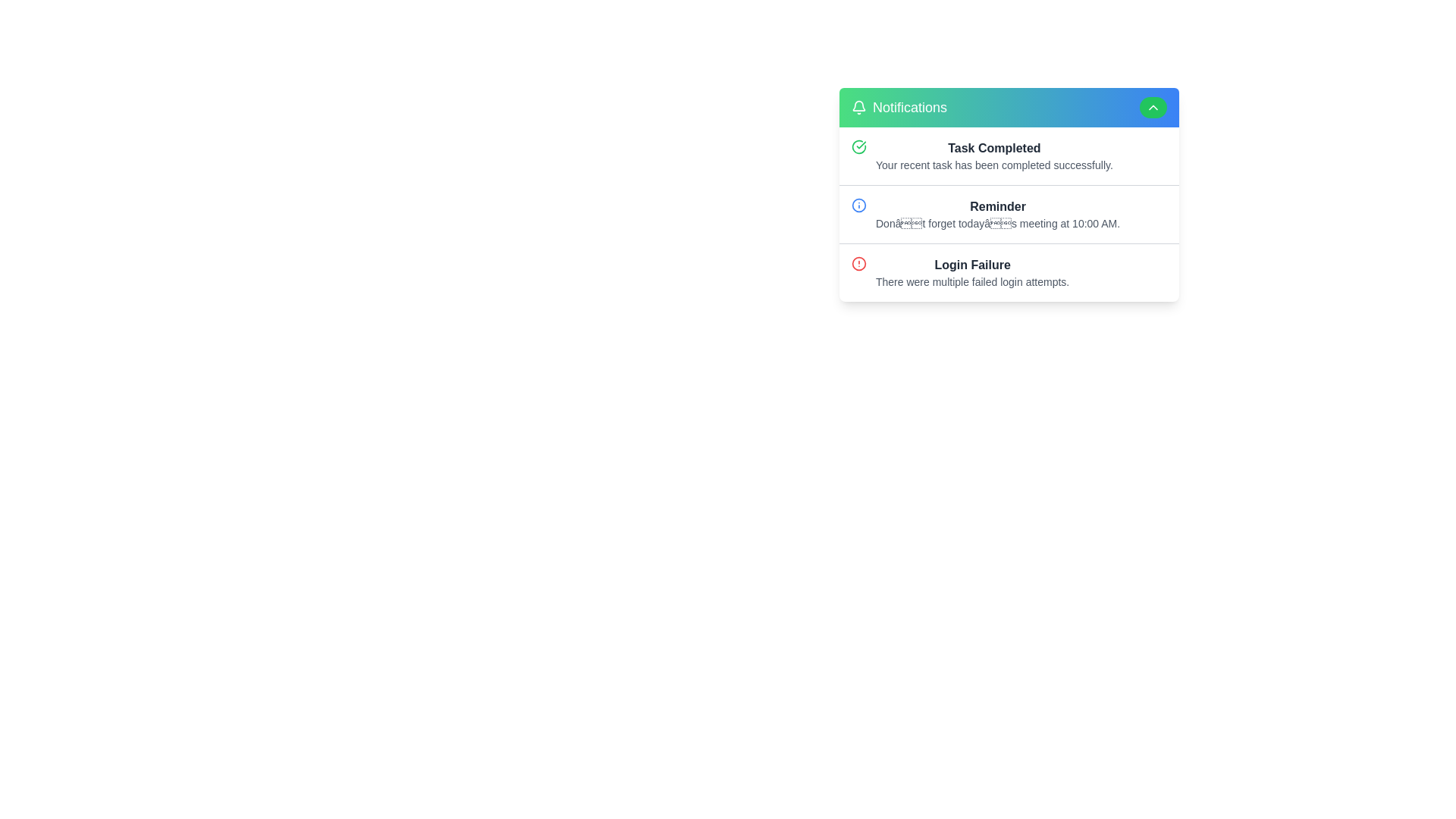  I want to click on message in the Notifications section that indicates 'Task Completed' with the details of the completion status, so click(994, 155).